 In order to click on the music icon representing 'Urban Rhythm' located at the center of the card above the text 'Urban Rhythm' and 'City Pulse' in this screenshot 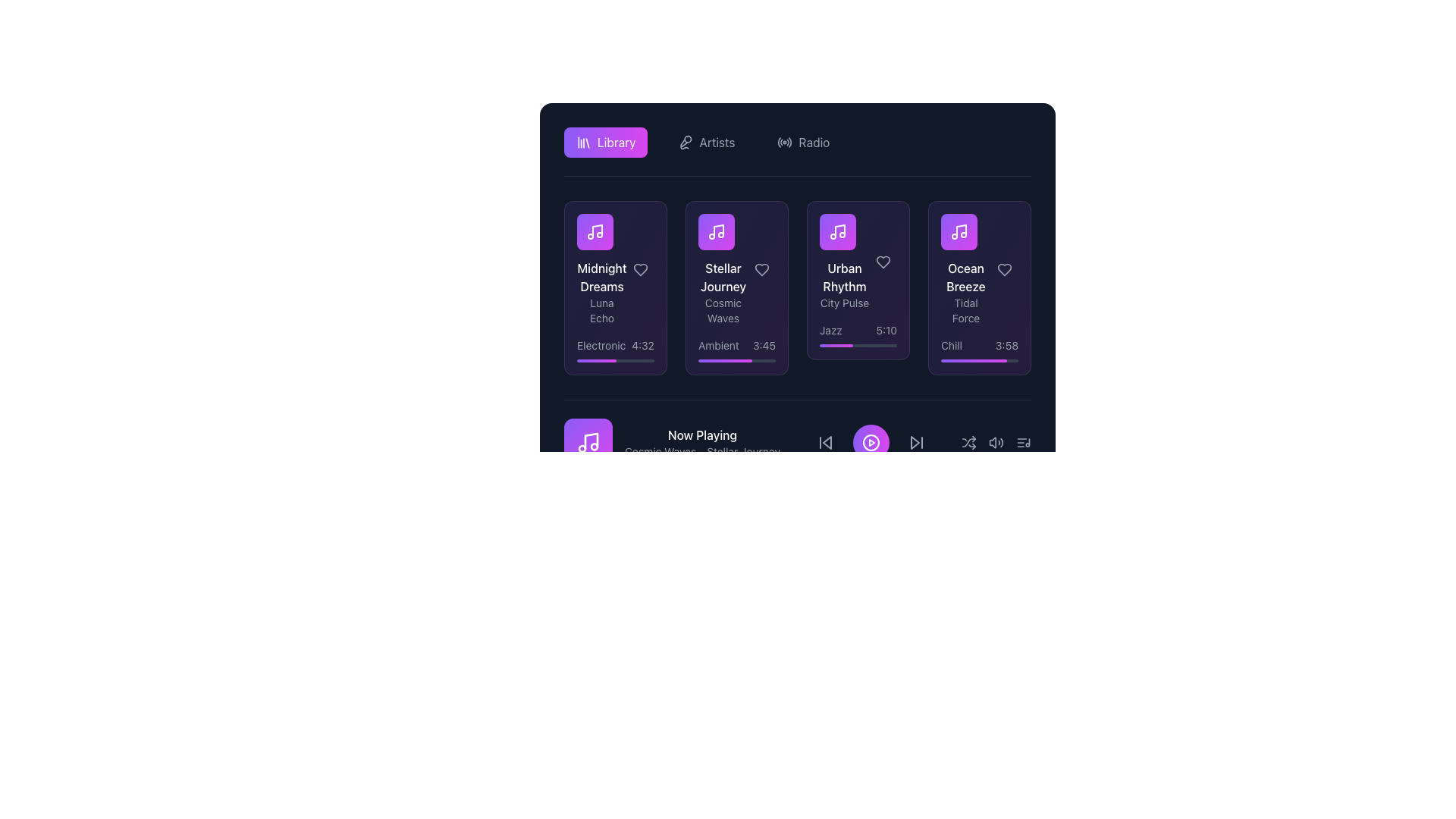, I will do `click(836, 231)`.